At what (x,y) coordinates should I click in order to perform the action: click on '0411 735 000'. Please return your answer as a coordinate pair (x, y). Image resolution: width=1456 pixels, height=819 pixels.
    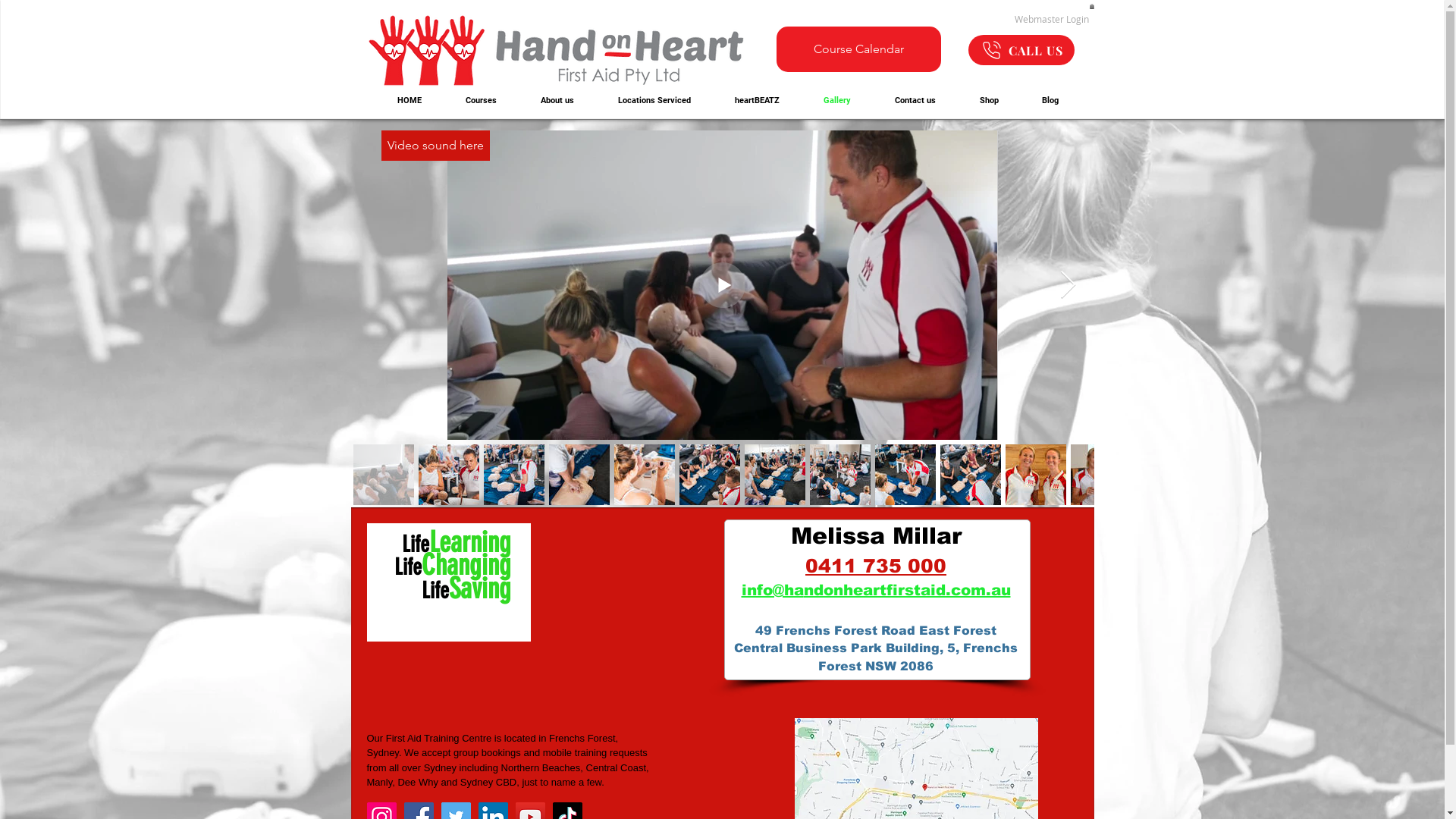
    Looking at the image, I should click on (804, 565).